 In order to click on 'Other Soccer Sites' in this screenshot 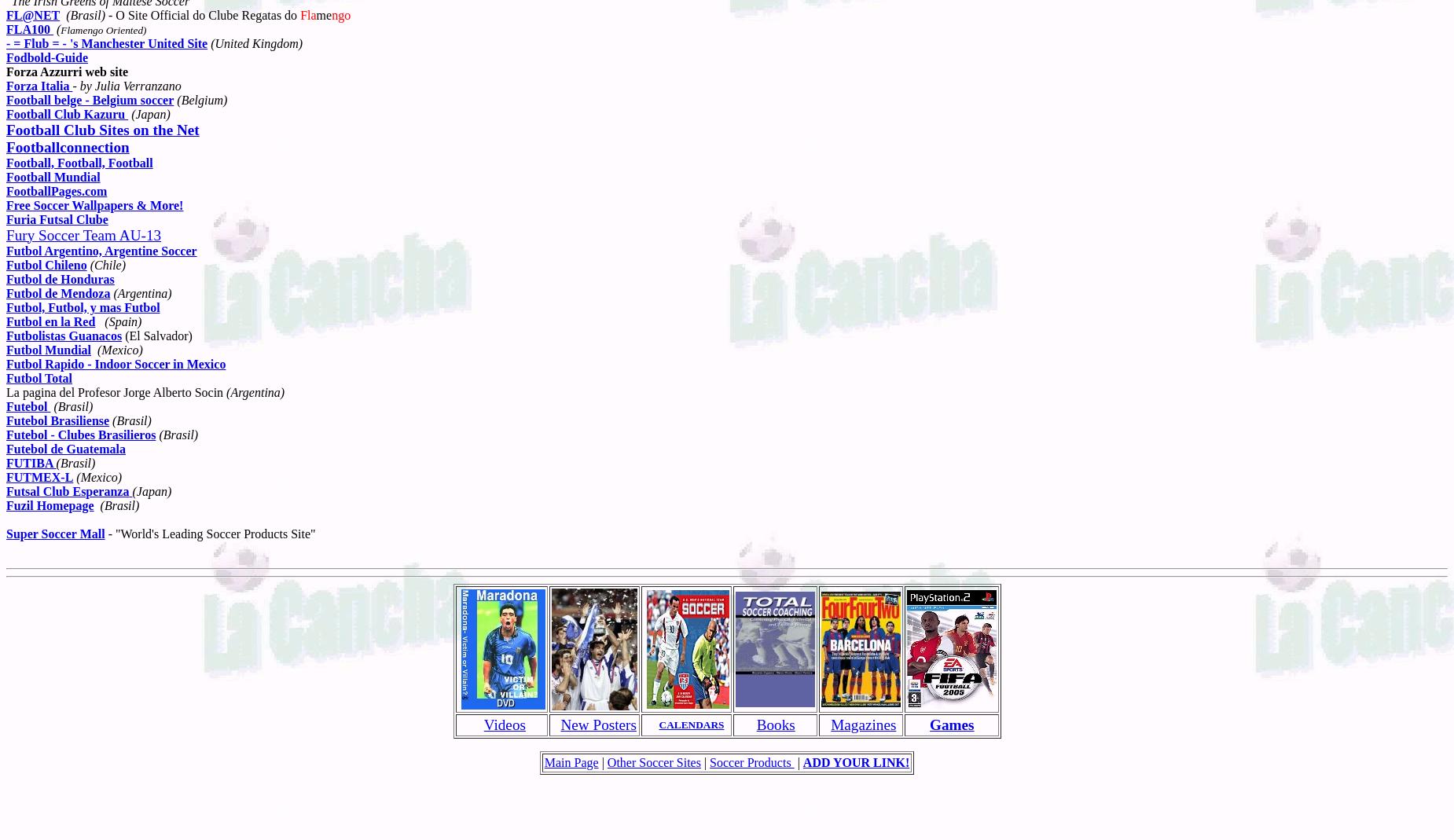, I will do `click(653, 761)`.